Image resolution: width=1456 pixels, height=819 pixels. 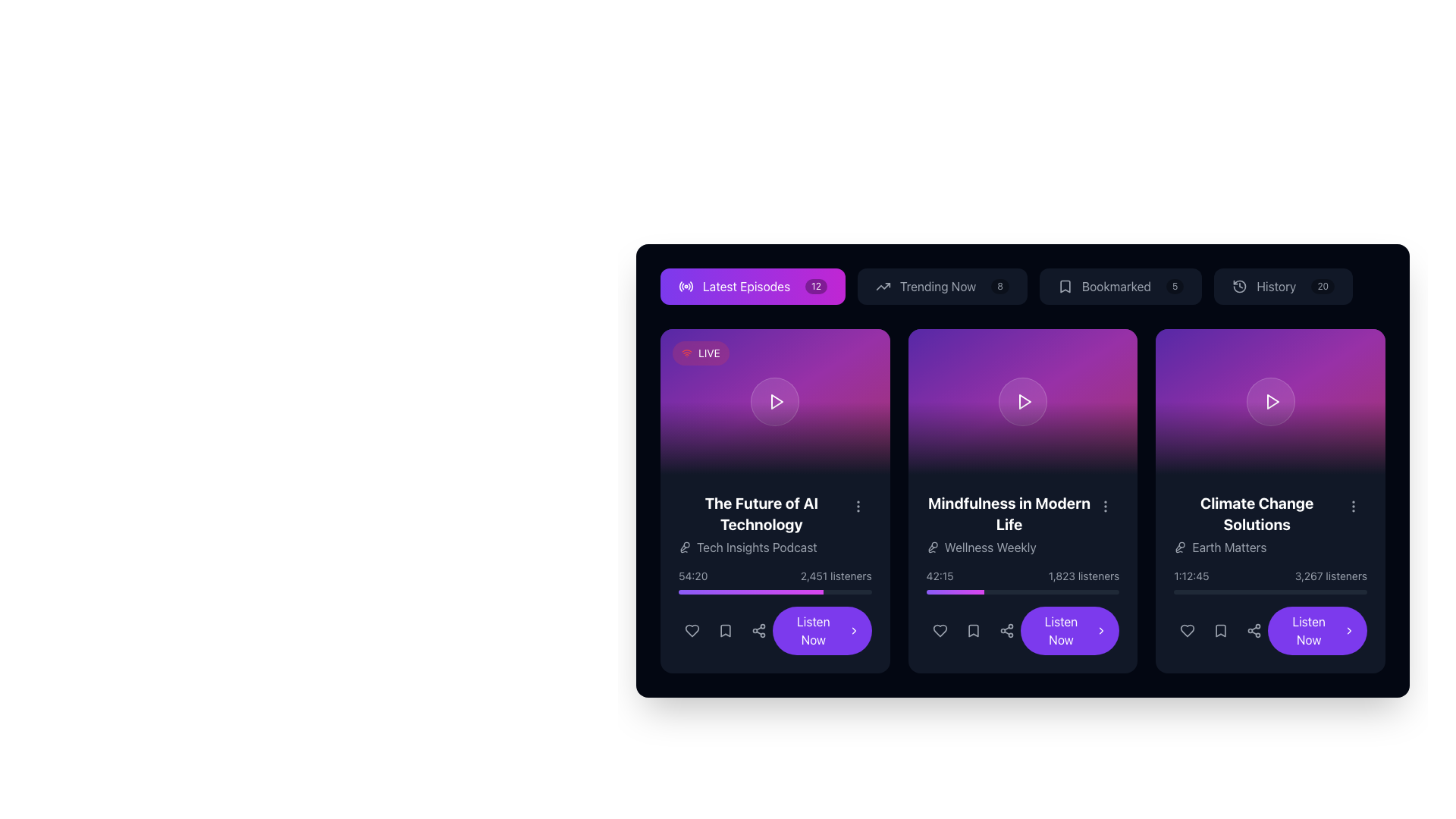 I want to click on the progress bar with a dark gray background and a gradient-filled indicator, located below the text '1:12:45' and '3,267 listeners', so click(x=1270, y=591).